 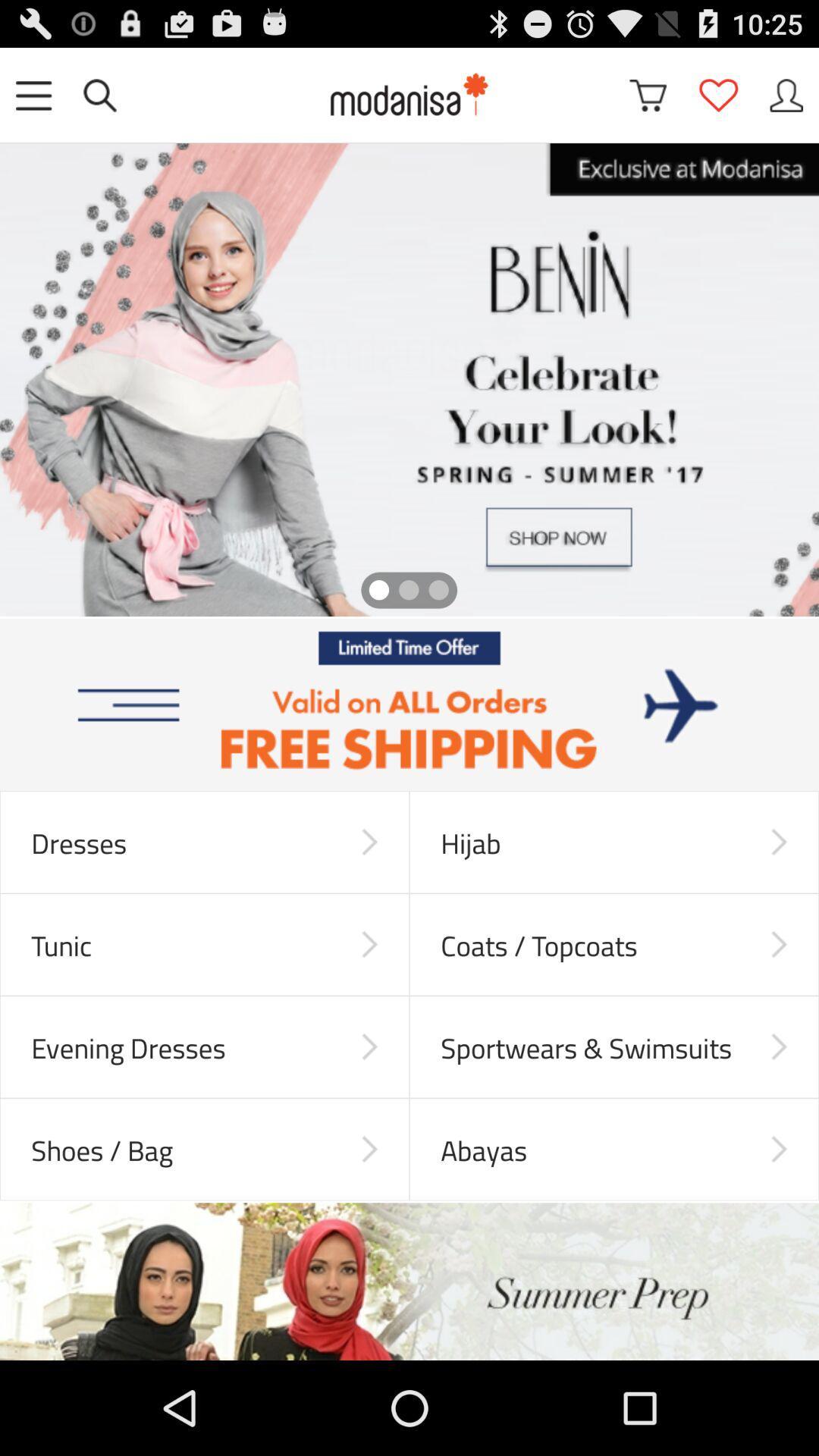 I want to click on click limited time offer, so click(x=409, y=704).